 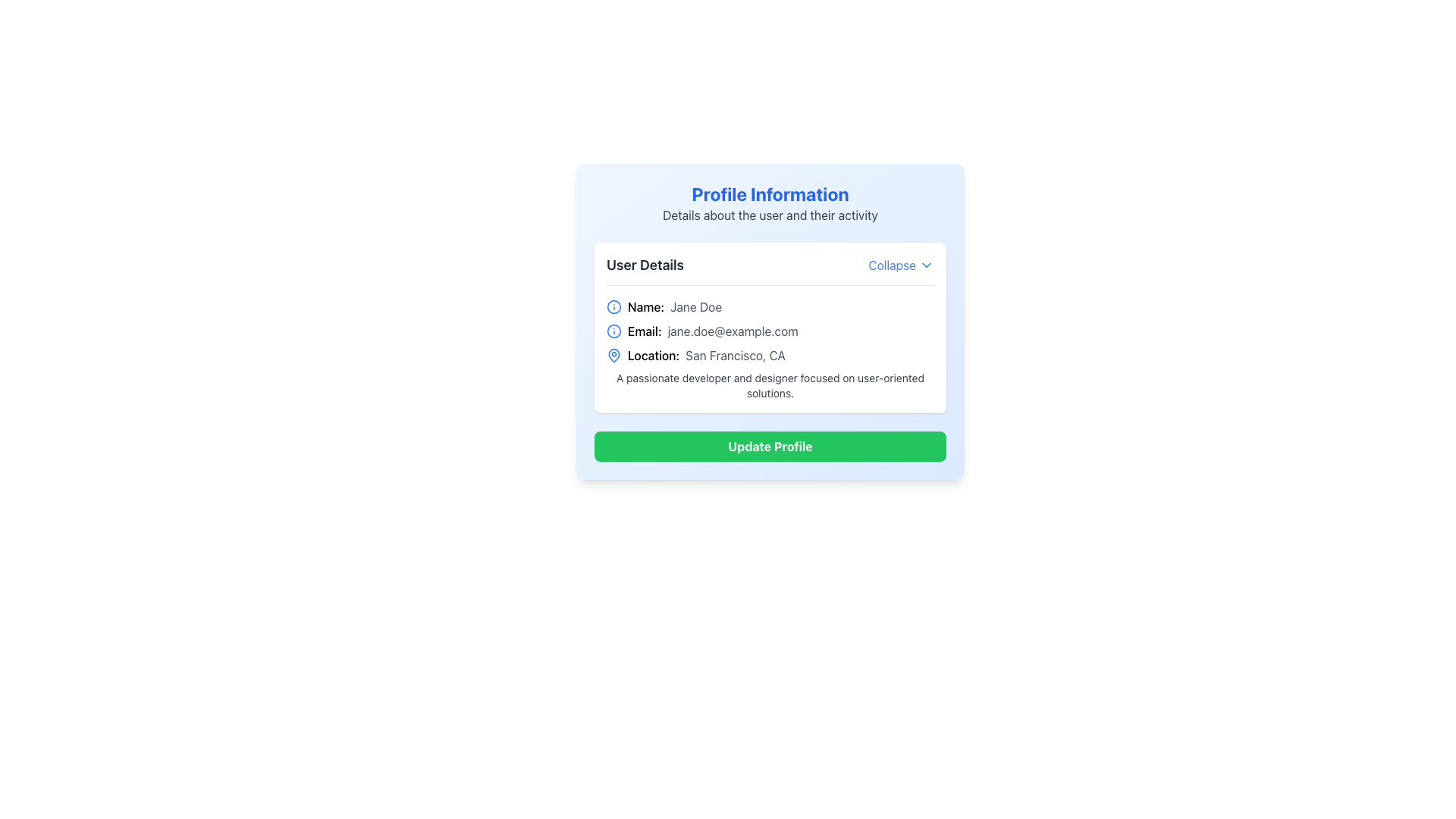 What do you see at coordinates (770, 202) in the screenshot?
I see `information displayed in the 'Profile Information' header and its subtitle, which includes details about the user and their activity` at bounding box center [770, 202].